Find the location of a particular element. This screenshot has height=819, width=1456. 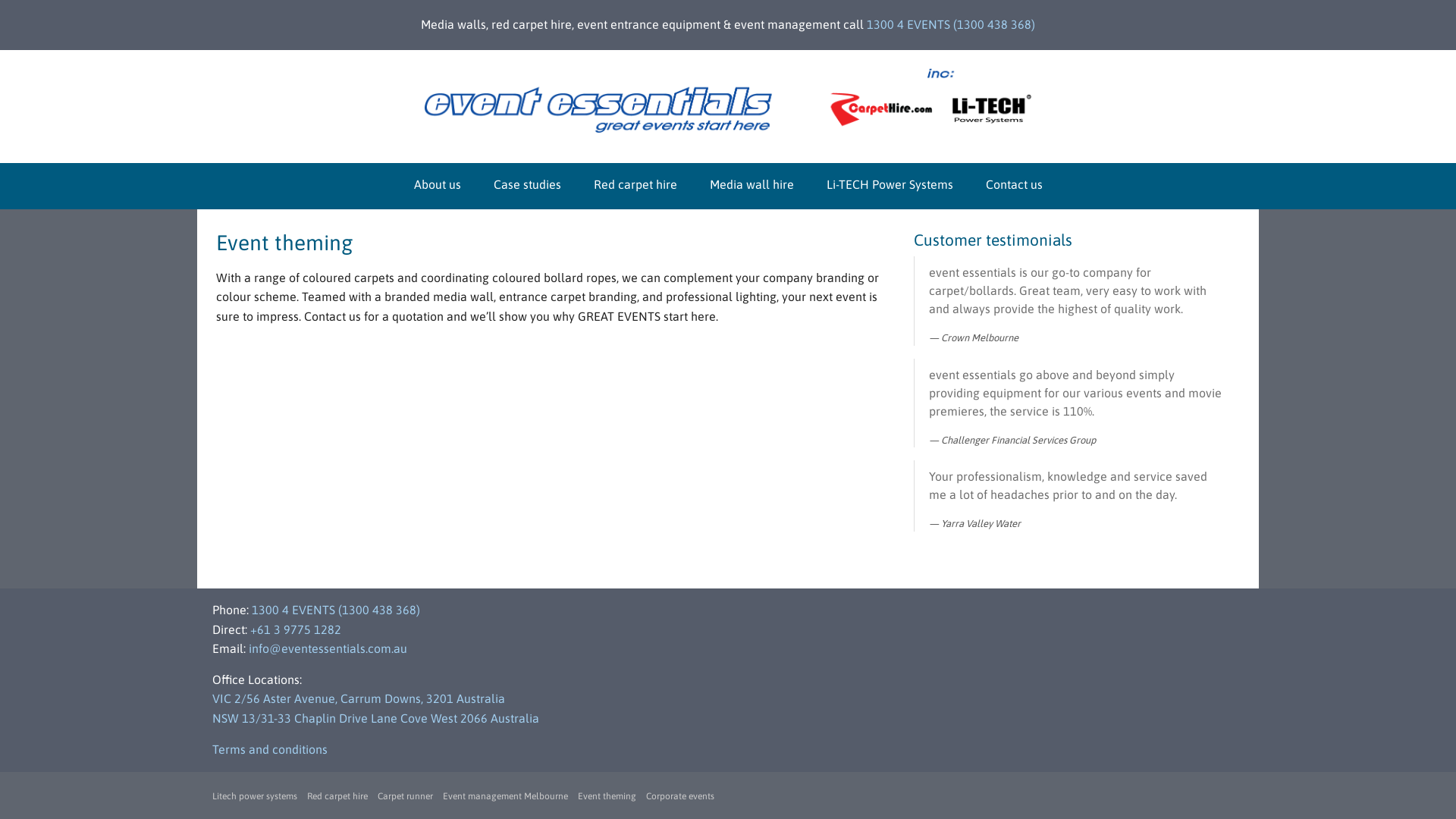

'About us' is located at coordinates (436, 184).